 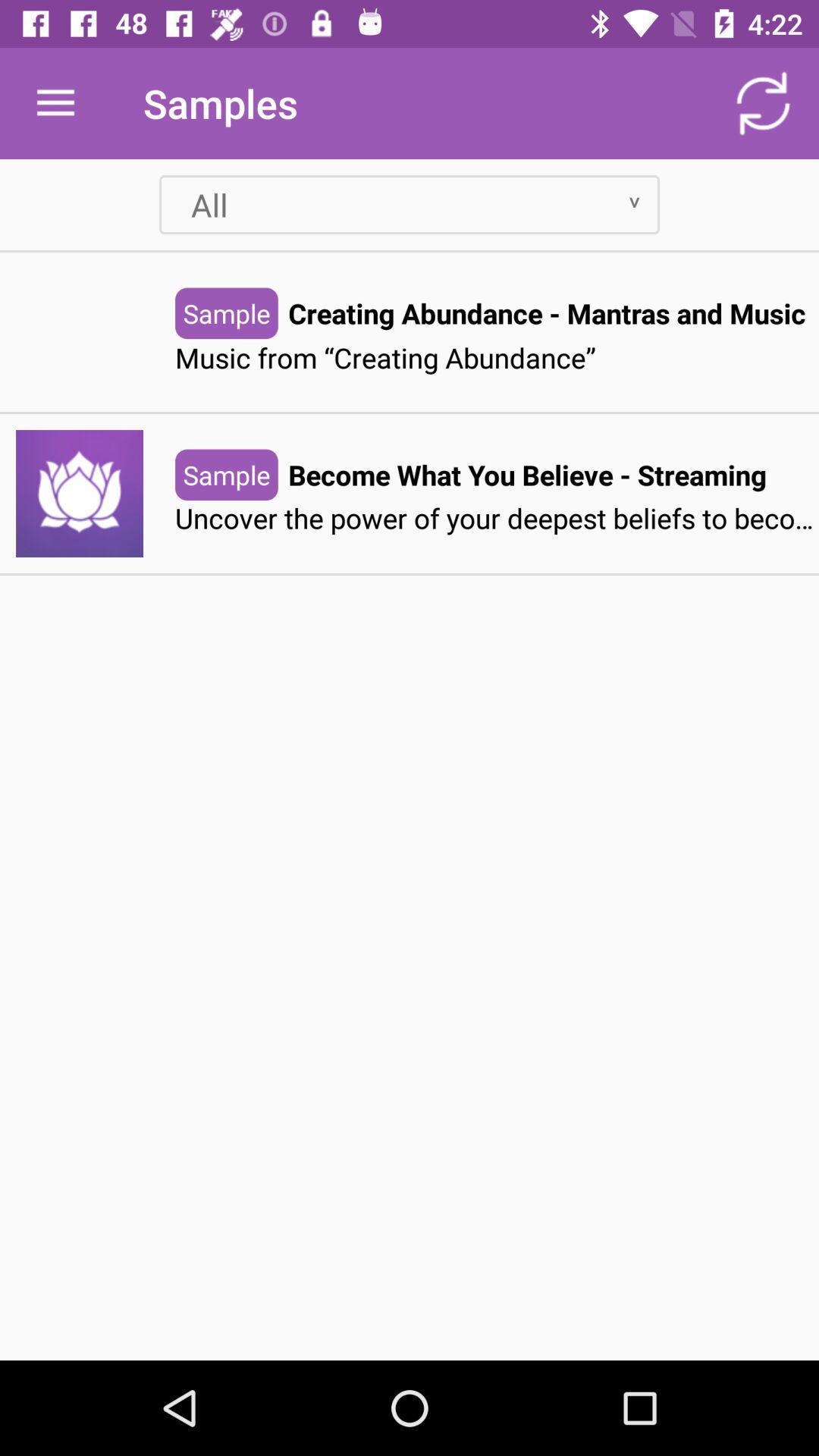 I want to click on the become what you item, so click(x=526, y=474).